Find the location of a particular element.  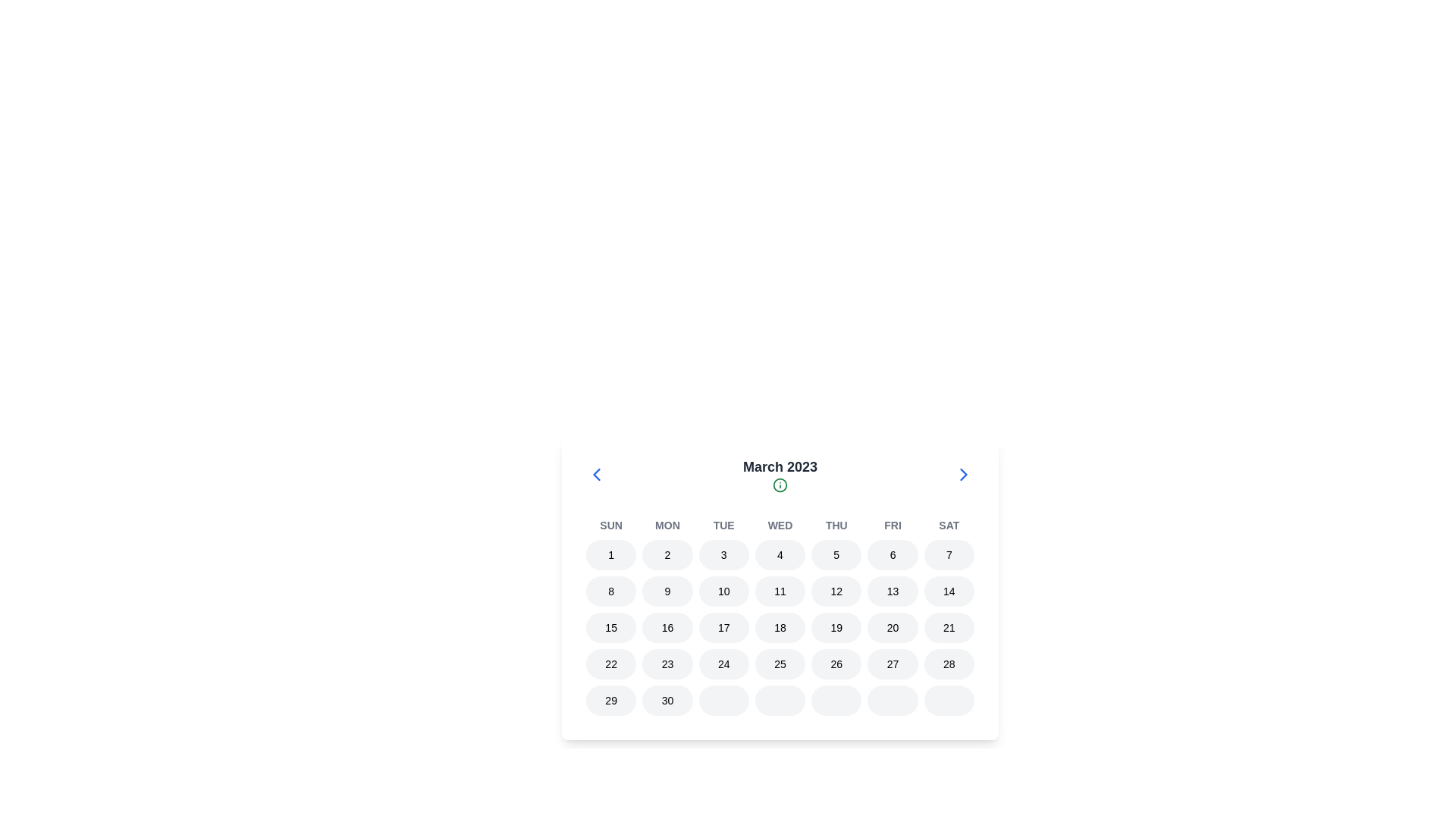

the circular marker with a light gray background and a black dot at its center located in the sixth column of the bottom-most row of the calendar grid is located at coordinates (893, 701).